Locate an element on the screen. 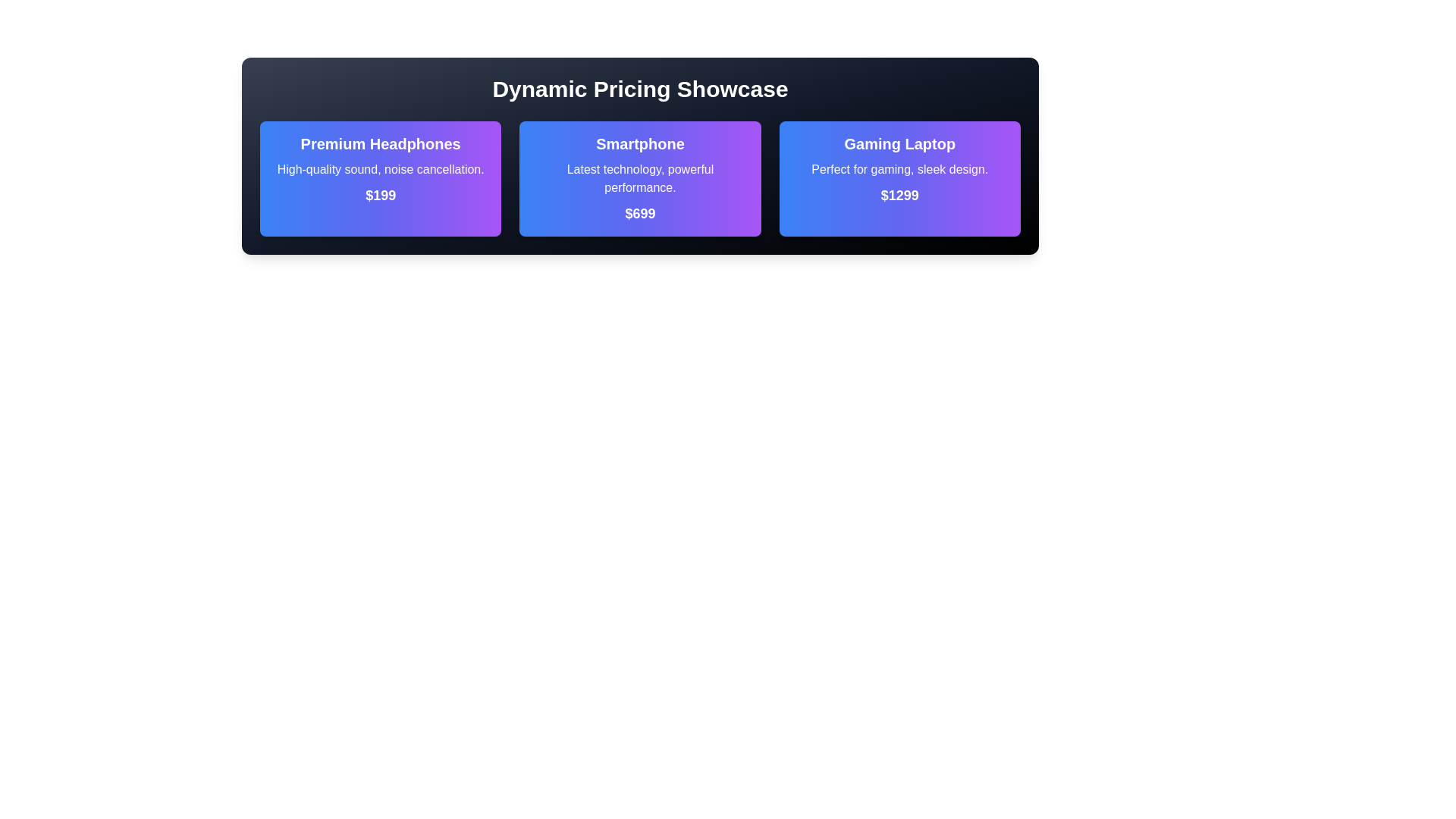 This screenshot has width=1456, height=819. the 'Gaming Laptop' text label, which is displayed in bold, large font with a gradient background, located at the top of the rightmost card in a row of three cards is located at coordinates (899, 143).